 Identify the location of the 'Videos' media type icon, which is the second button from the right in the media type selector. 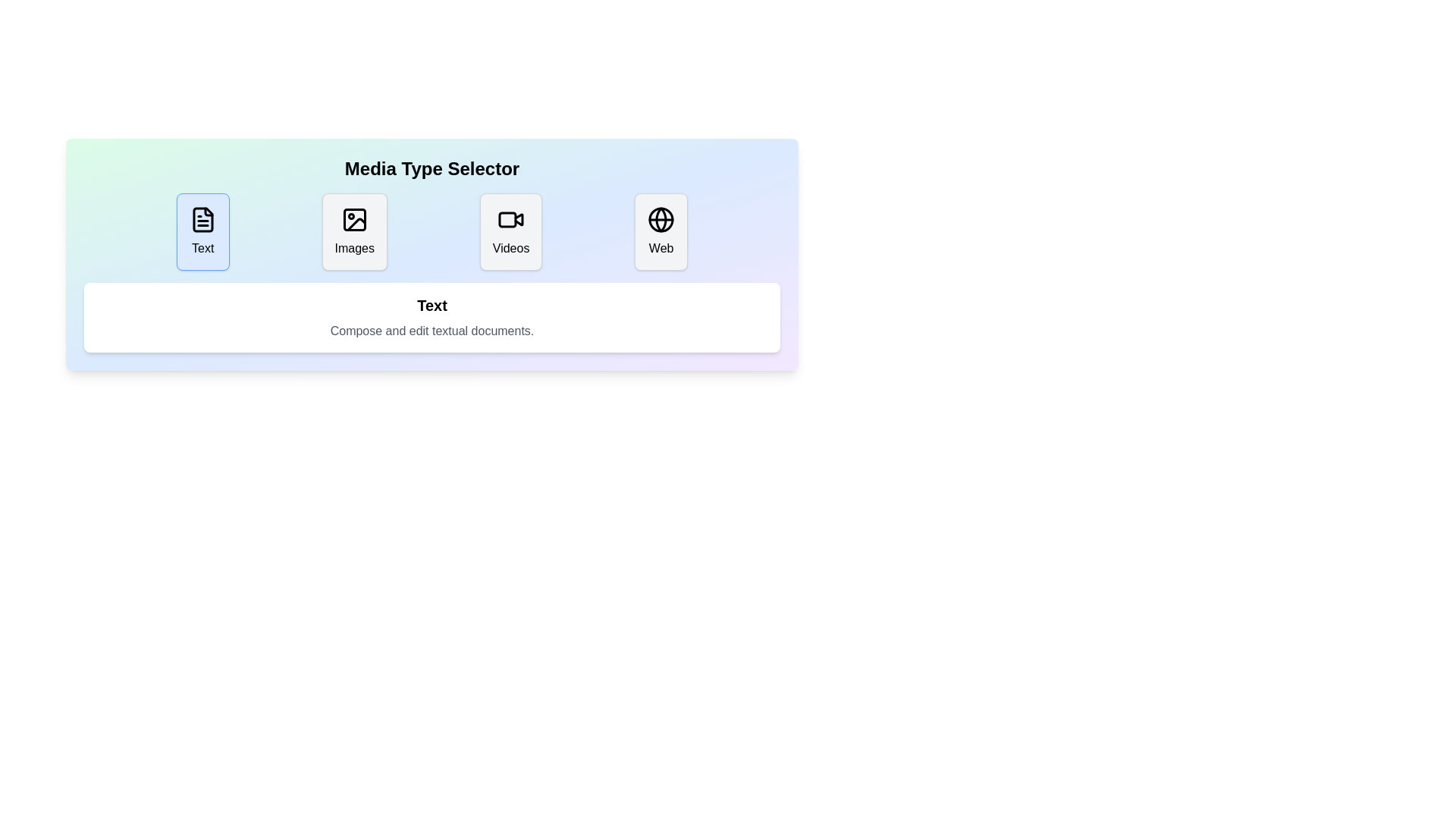
(507, 219).